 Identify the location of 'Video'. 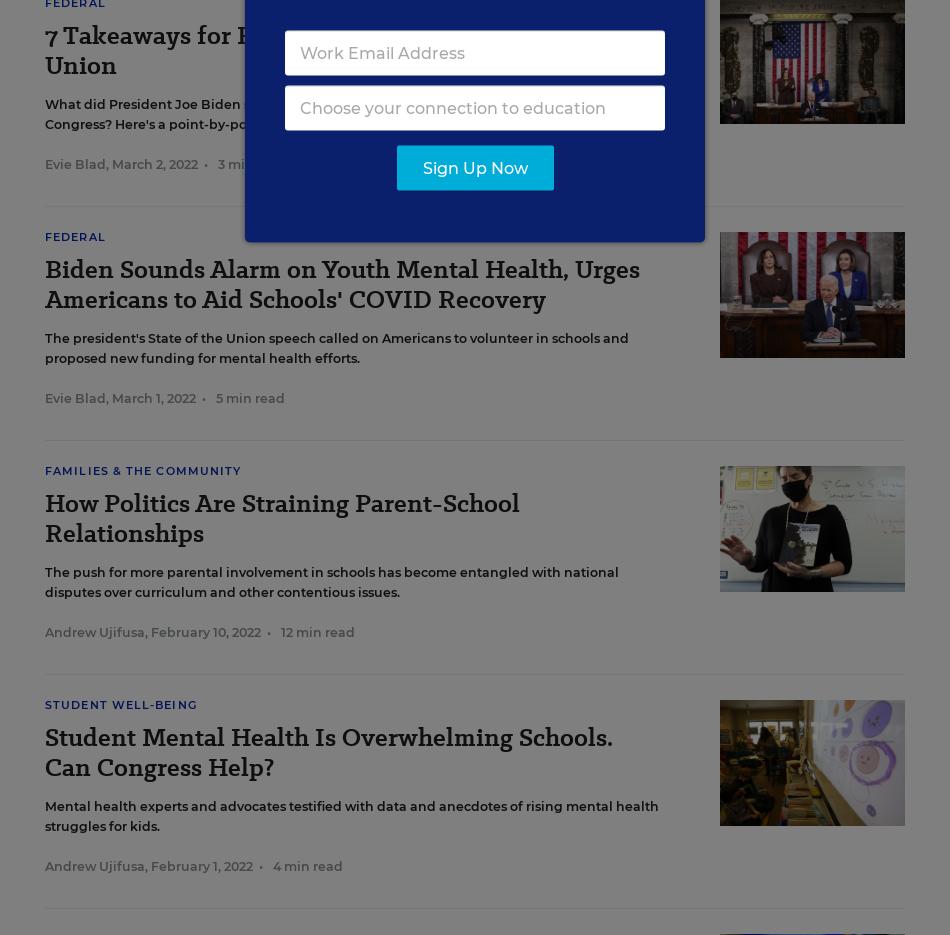
(72, 17).